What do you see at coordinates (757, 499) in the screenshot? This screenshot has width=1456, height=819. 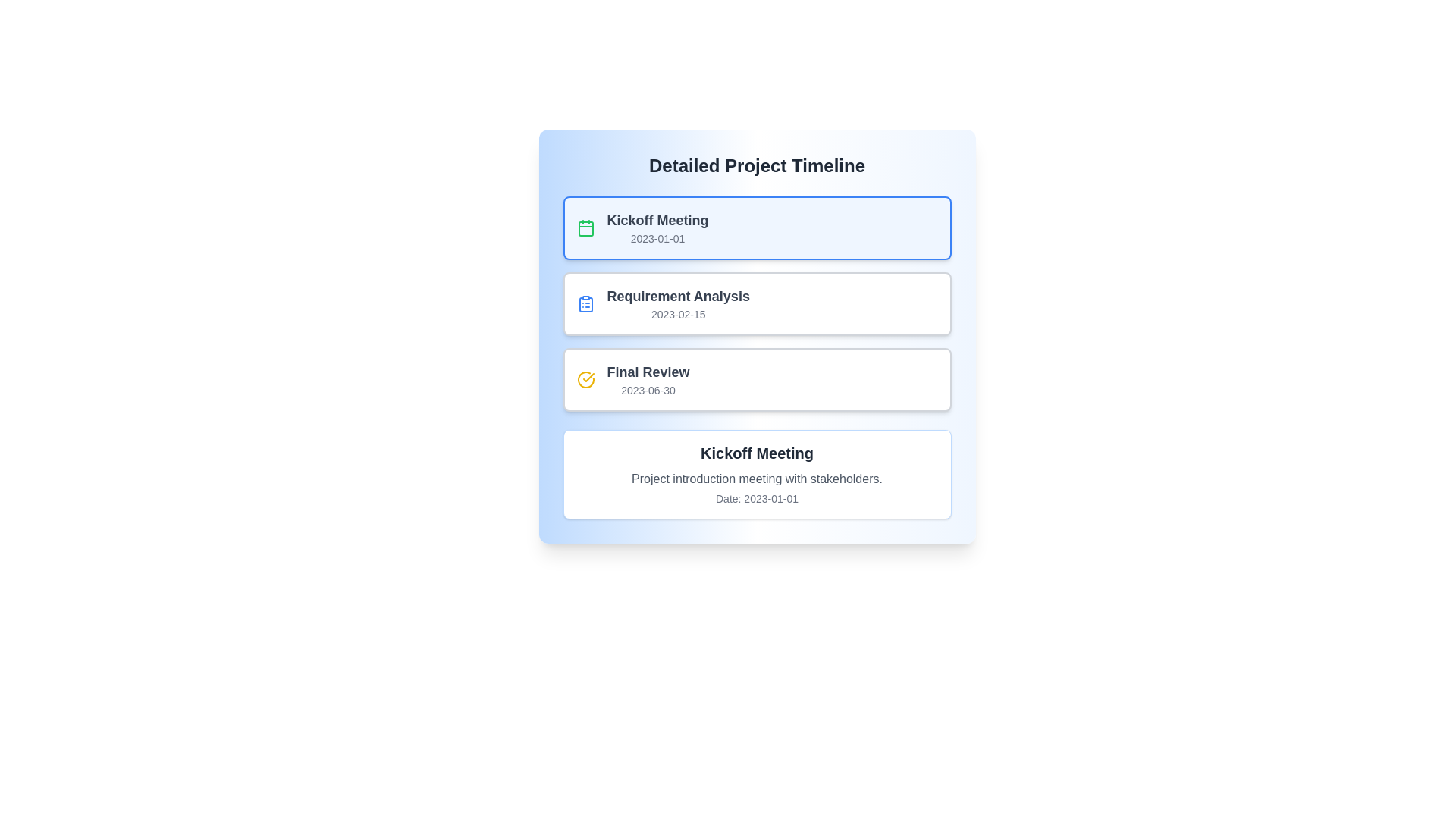 I see `the Text Label element displaying 'Date: 2023-01-01', located beneath the title 'Kickoff Meeting' and the description text, at the lower end of the card layout` at bounding box center [757, 499].